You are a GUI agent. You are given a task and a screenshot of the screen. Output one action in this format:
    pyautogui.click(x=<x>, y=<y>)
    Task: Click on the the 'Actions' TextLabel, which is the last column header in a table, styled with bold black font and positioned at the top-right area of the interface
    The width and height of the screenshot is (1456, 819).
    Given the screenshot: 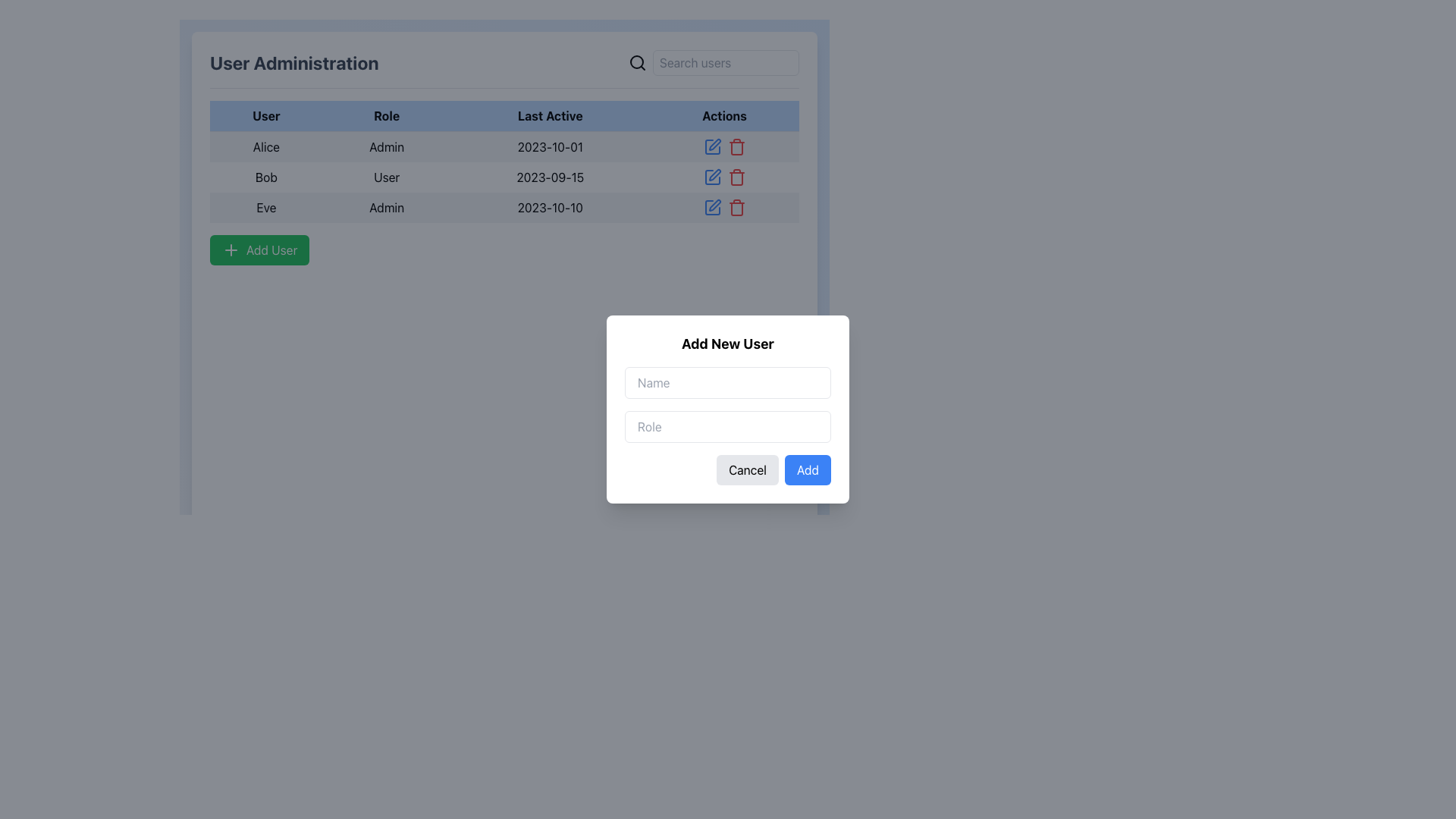 What is the action you would take?
    pyautogui.click(x=723, y=115)
    